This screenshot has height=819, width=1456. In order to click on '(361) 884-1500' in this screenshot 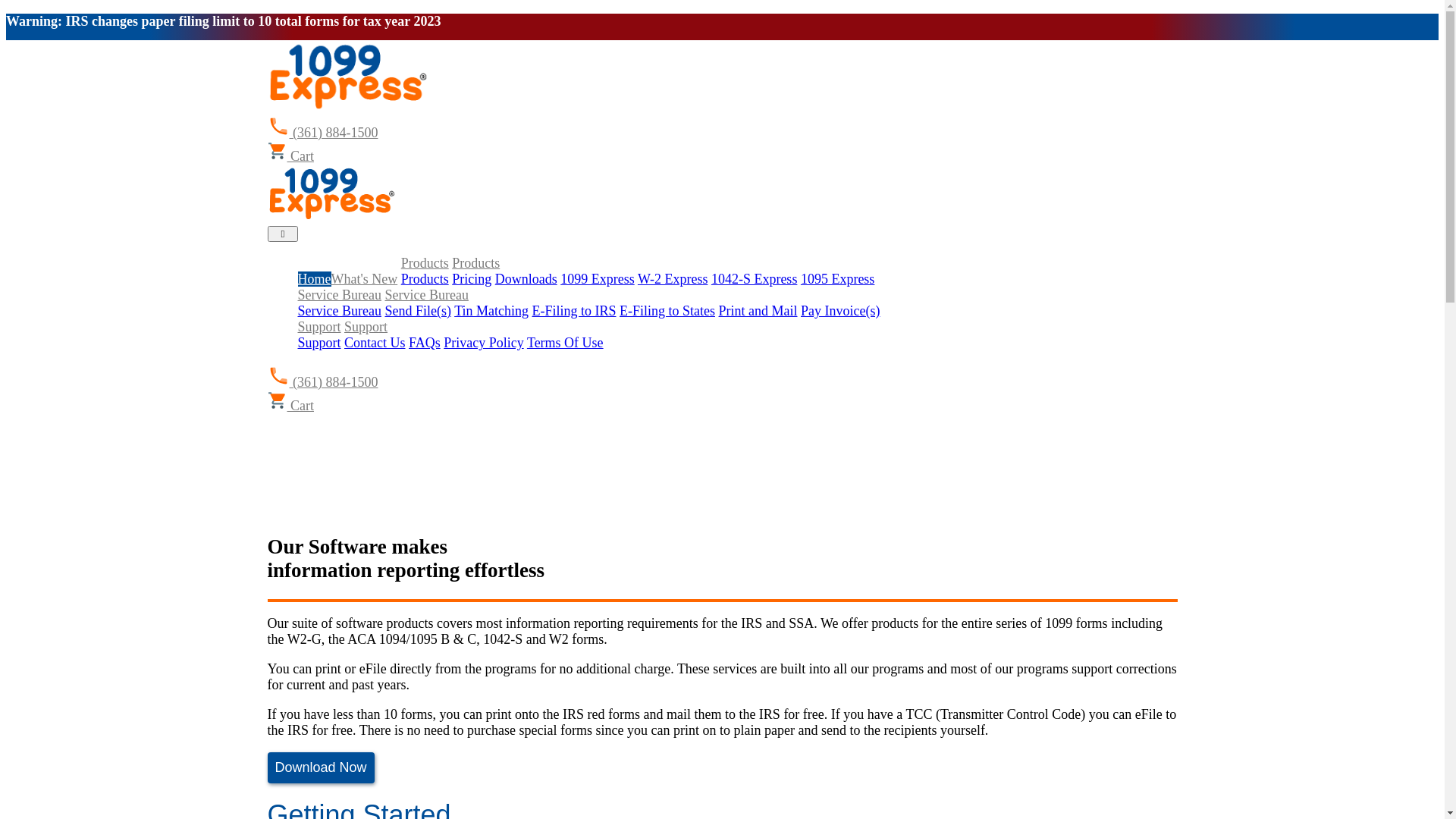, I will do `click(322, 131)`.